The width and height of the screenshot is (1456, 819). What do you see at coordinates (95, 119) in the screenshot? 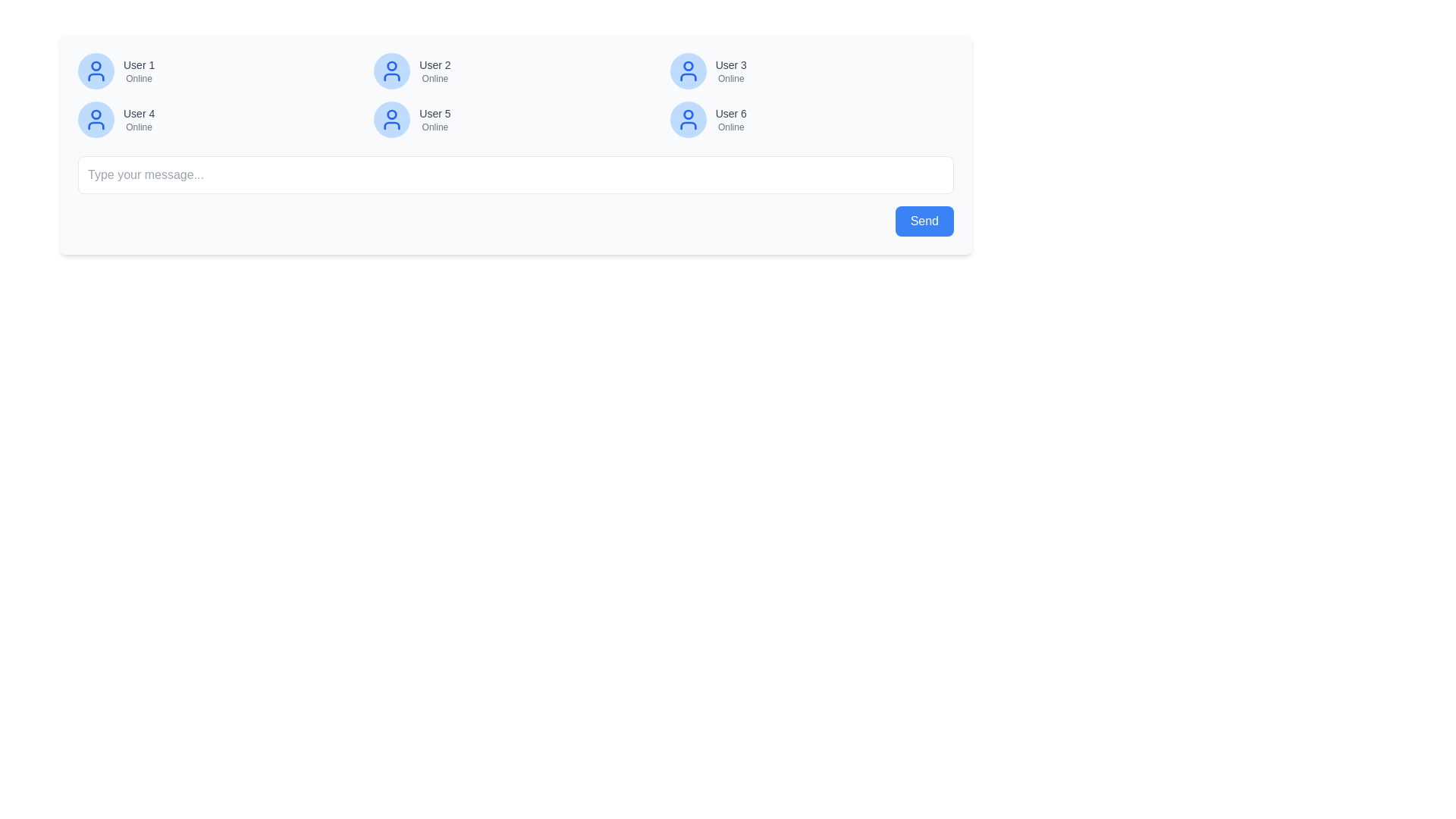
I see `the icon representing 'User 4' which is located next to the status labels for 'User 4 Online'` at bounding box center [95, 119].